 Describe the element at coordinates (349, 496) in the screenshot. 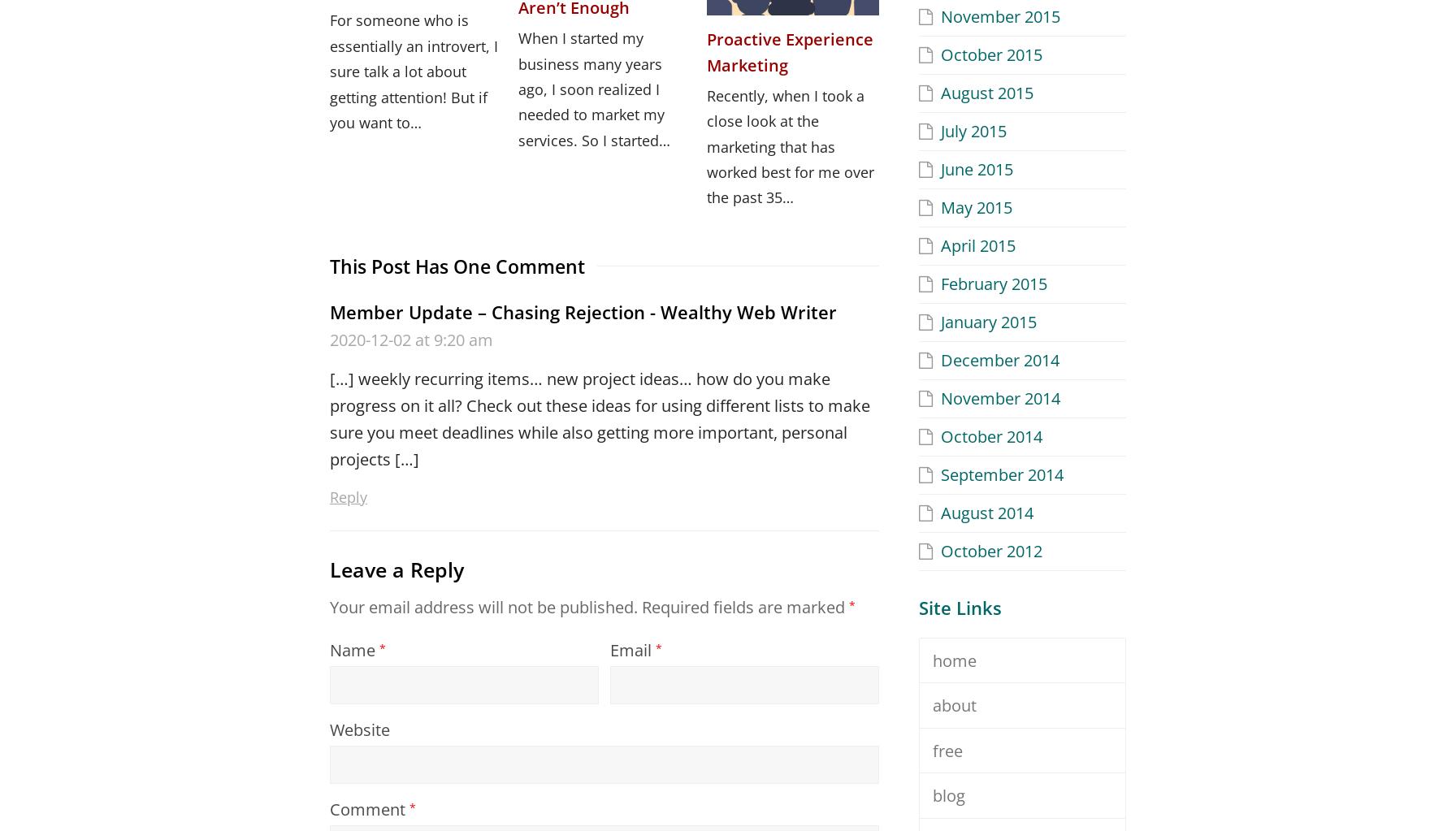

I see `'Reply'` at that location.